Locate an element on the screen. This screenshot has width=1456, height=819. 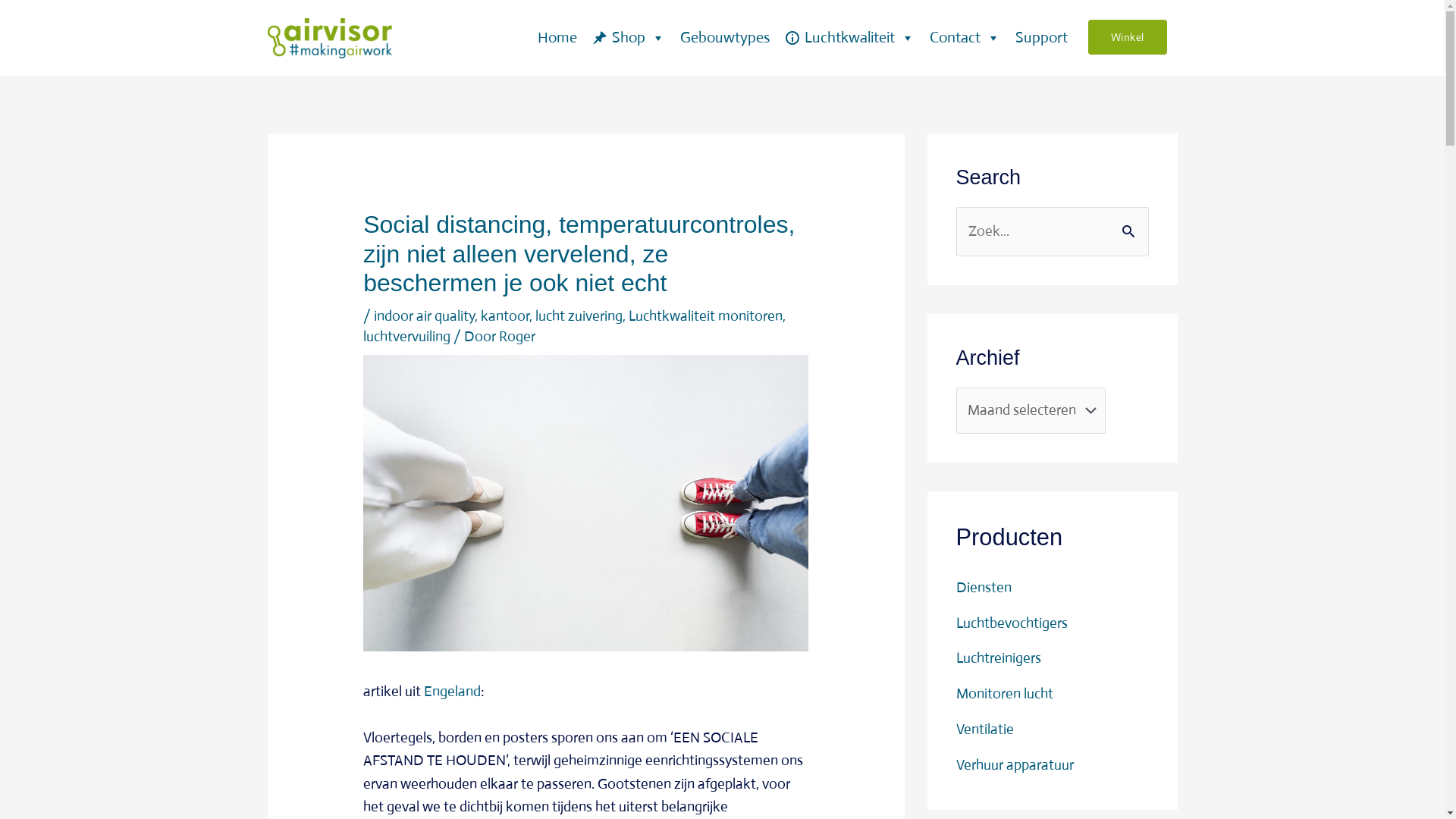
'kantoor' is located at coordinates (505, 315).